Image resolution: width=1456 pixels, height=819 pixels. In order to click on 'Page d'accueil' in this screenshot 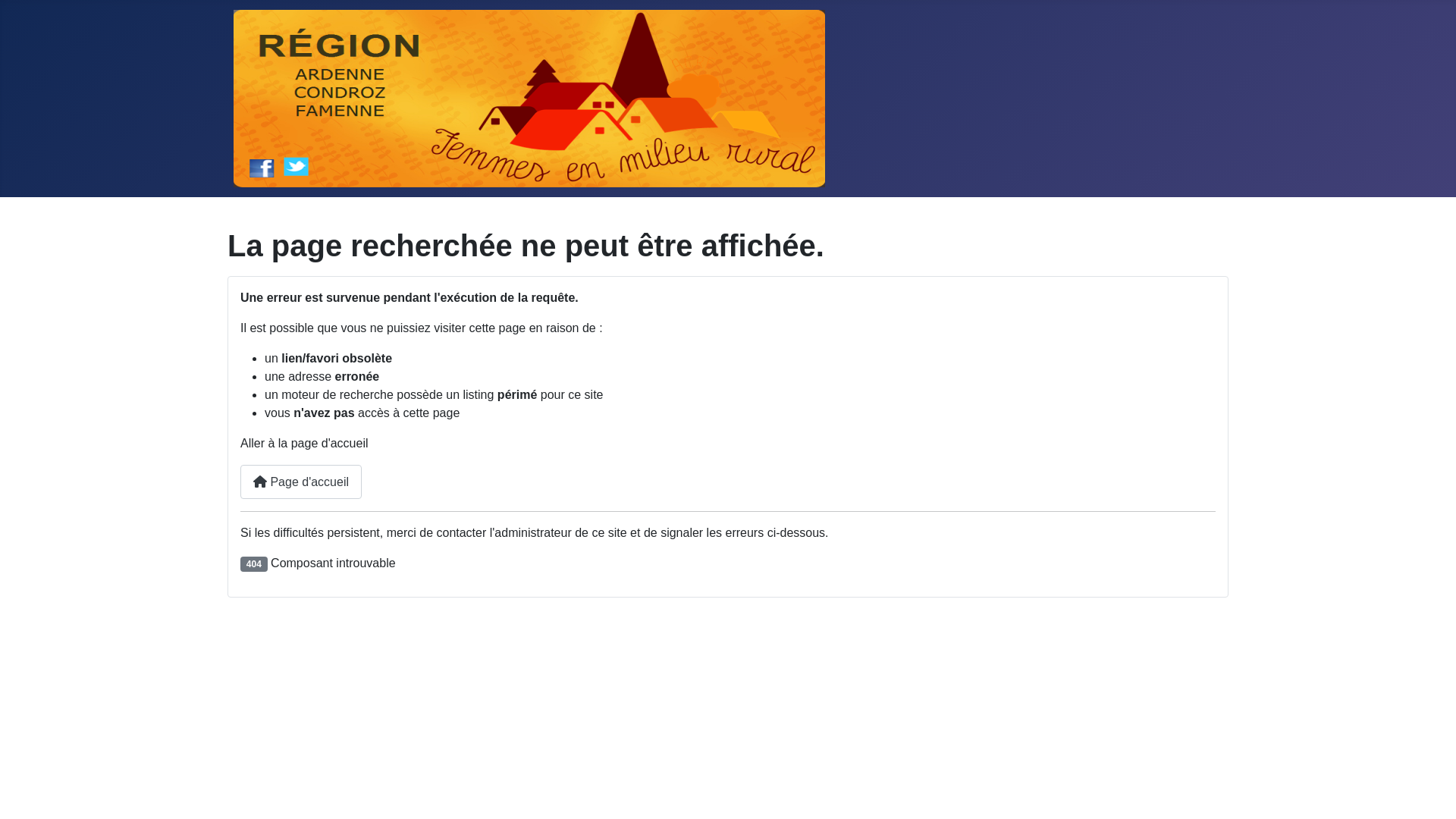, I will do `click(301, 482)`.